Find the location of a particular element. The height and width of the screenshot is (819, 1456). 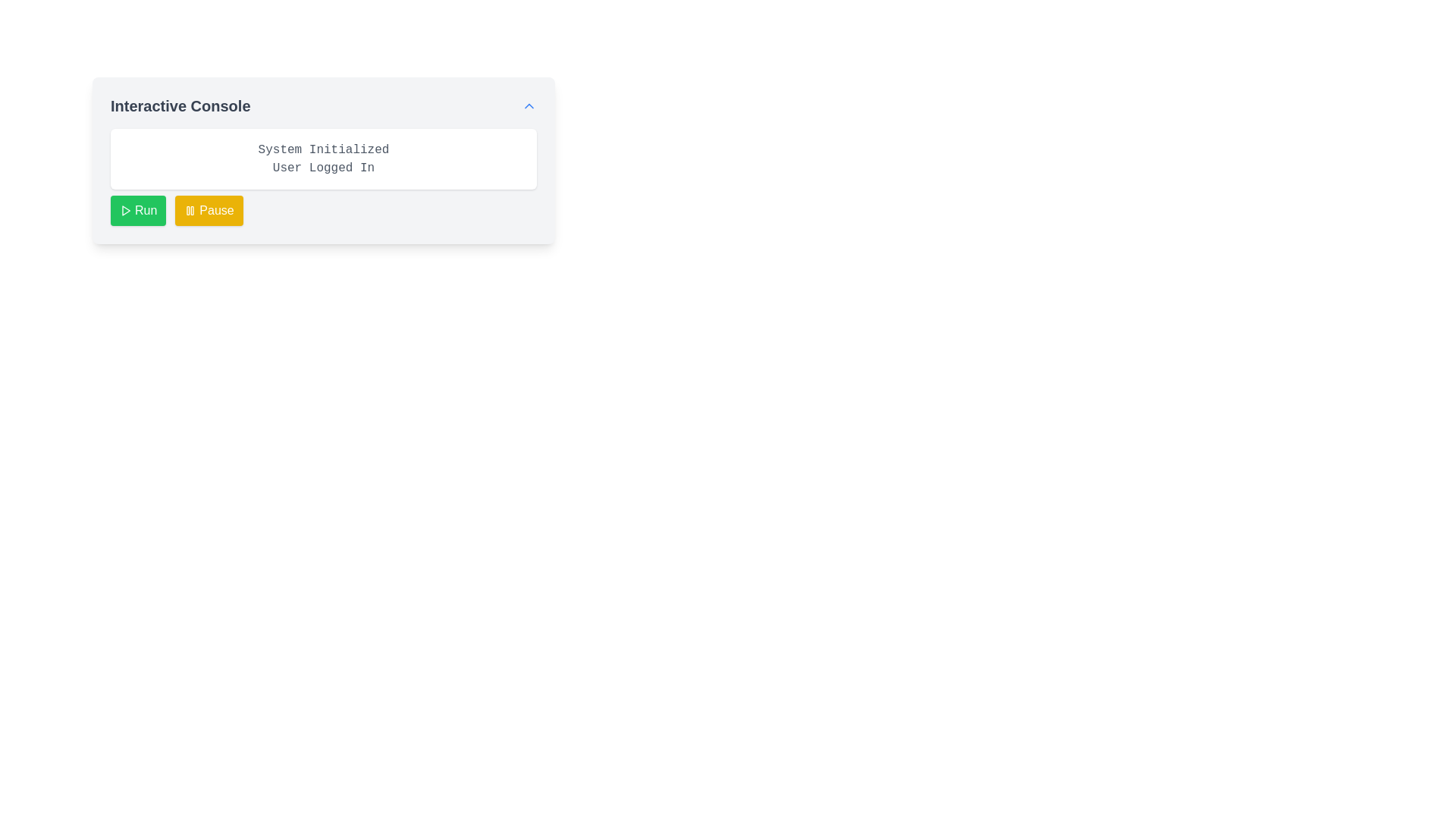

displayed text in the white box of the 'Interactive Console' component, which contains 'System Initialized\nUser Logged In' is located at coordinates (323, 161).